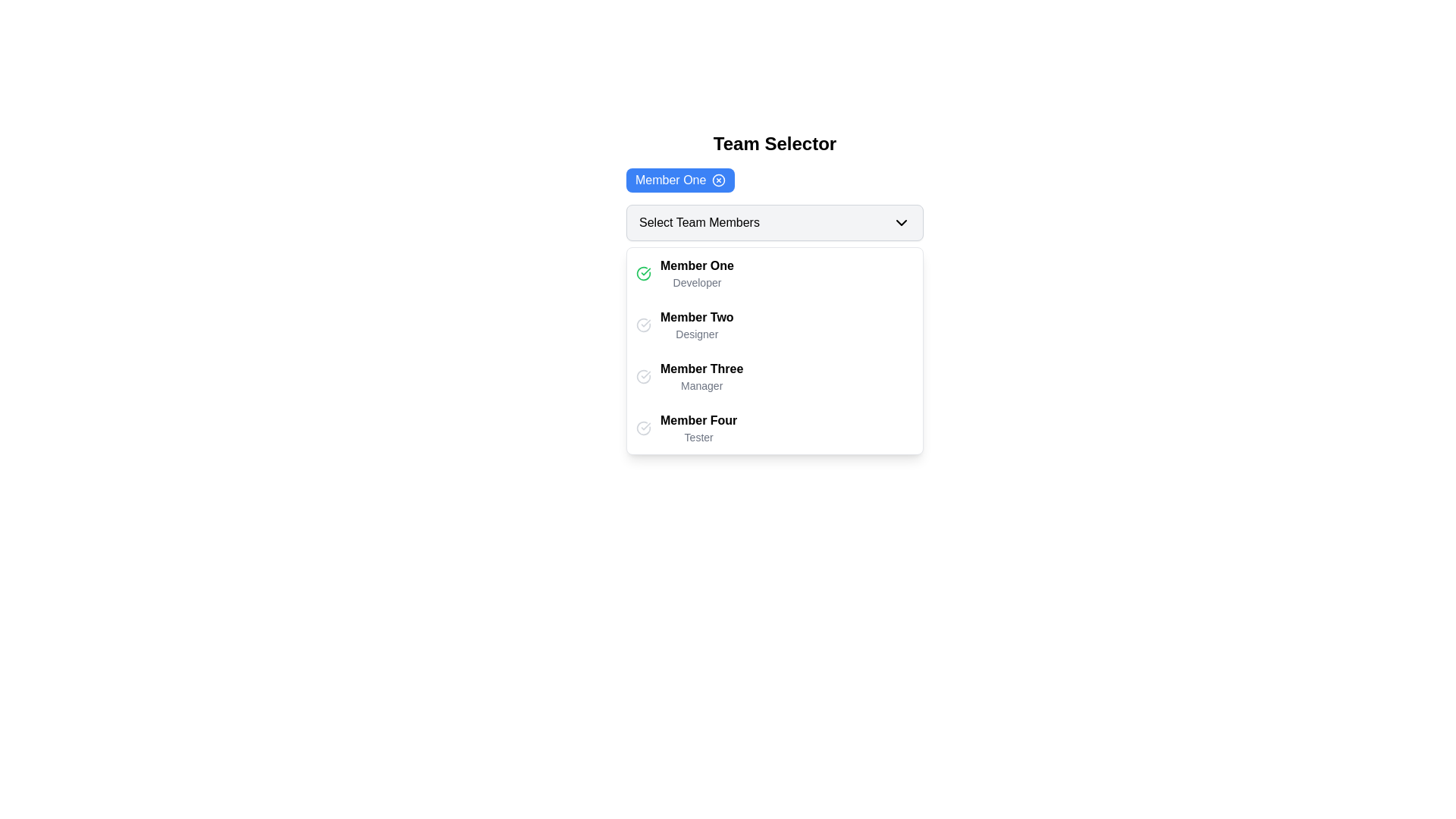 The height and width of the screenshot is (819, 1456). What do you see at coordinates (775, 222) in the screenshot?
I see `the dropdown menu that allows users to select from a list of team members, positioned below the 'Member One' badge and above the list of team members` at bounding box center [775, 222].